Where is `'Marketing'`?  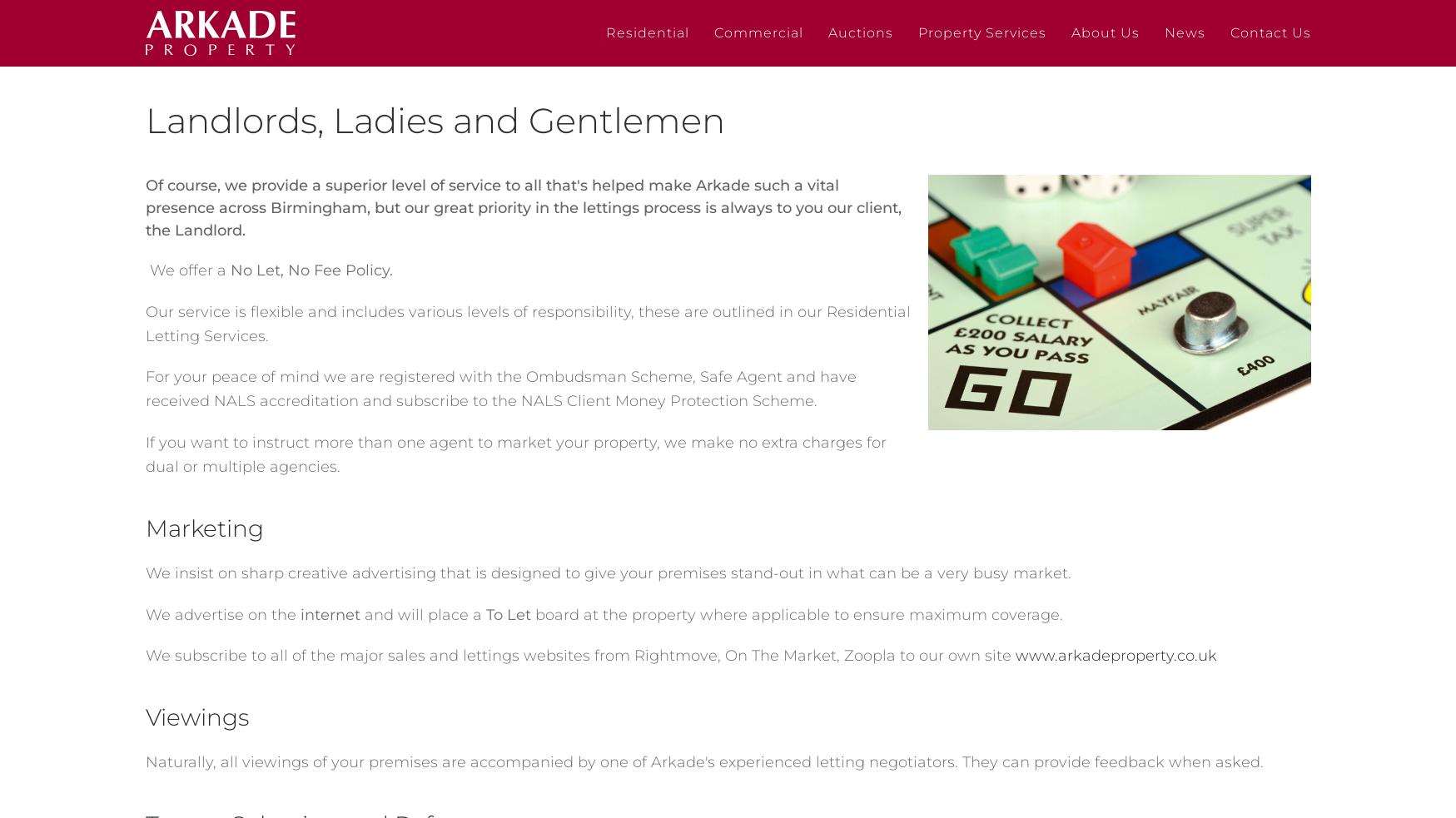 'Marketing' is located at coordinates (204, 528).